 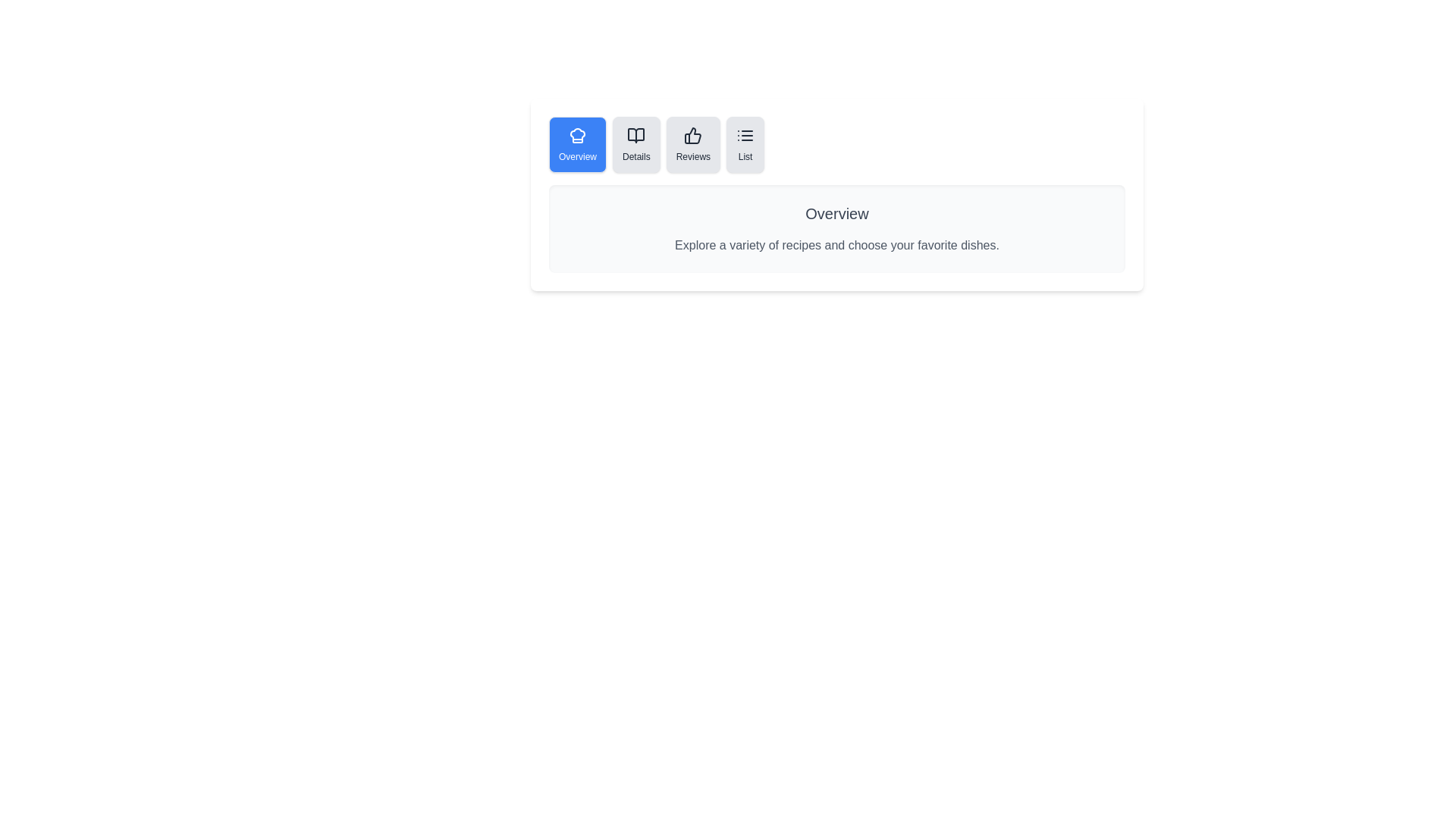 I want to click on the Overview tab by clicking its button, so click(x=577, y=145).